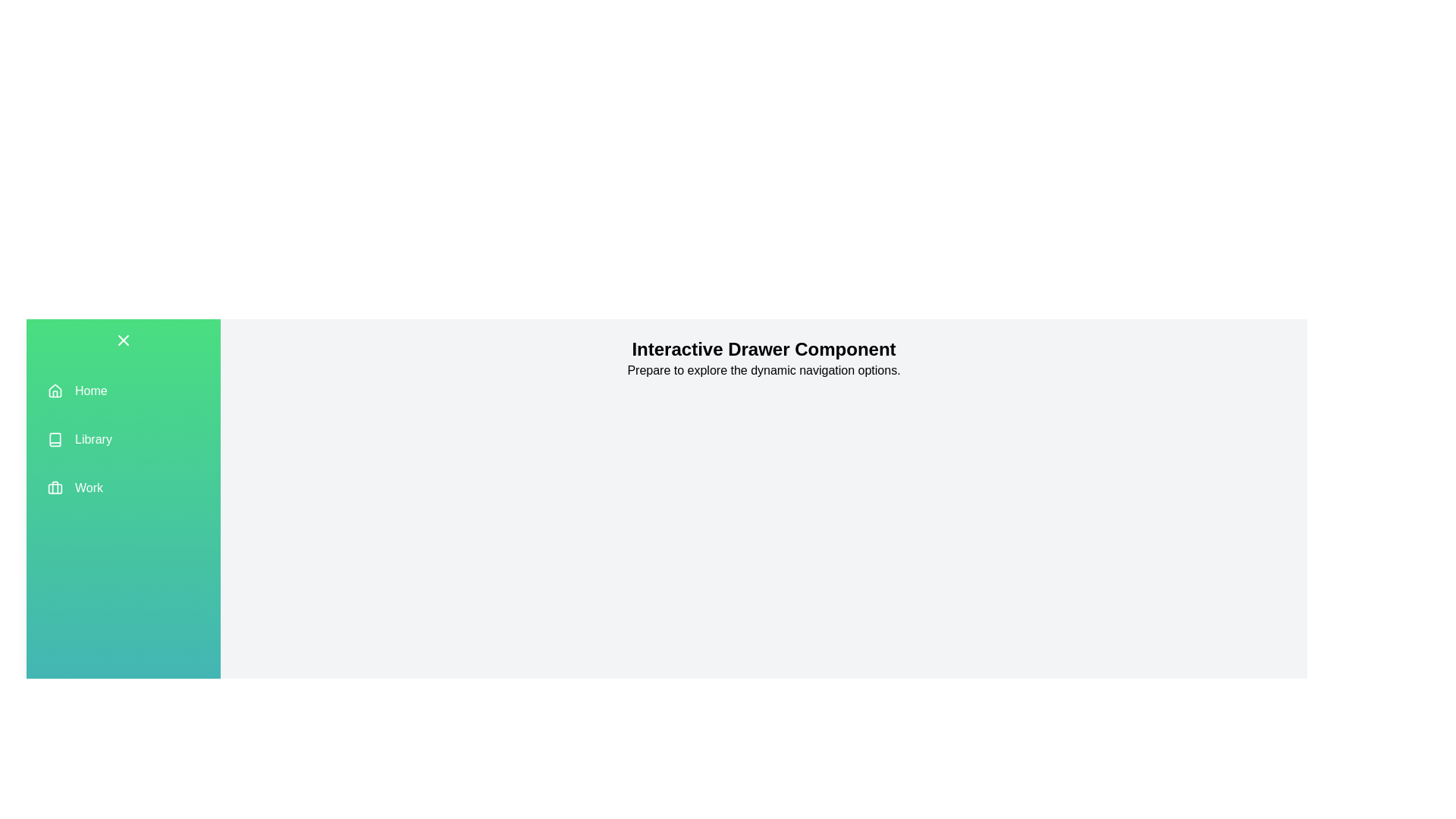  What do you see at coordinates (55, 488) in the screenshot?
I see `the Work icon to trigger its functionality` at bounding box center [55, 488].